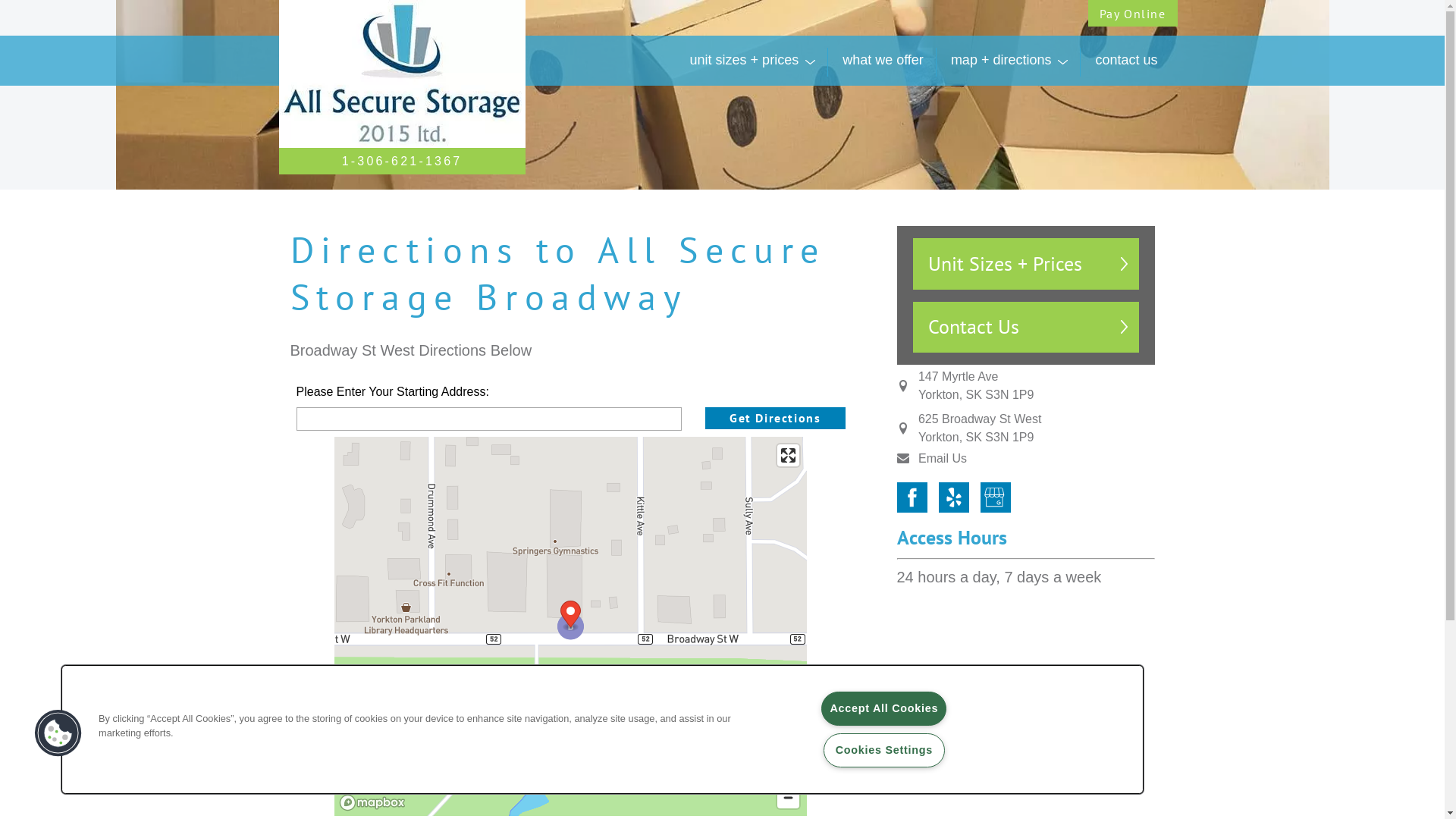  What do you see at coordinates (775, 418) in the screenshot?
I see `'Get Directions'` at bounding box center [775, 418].